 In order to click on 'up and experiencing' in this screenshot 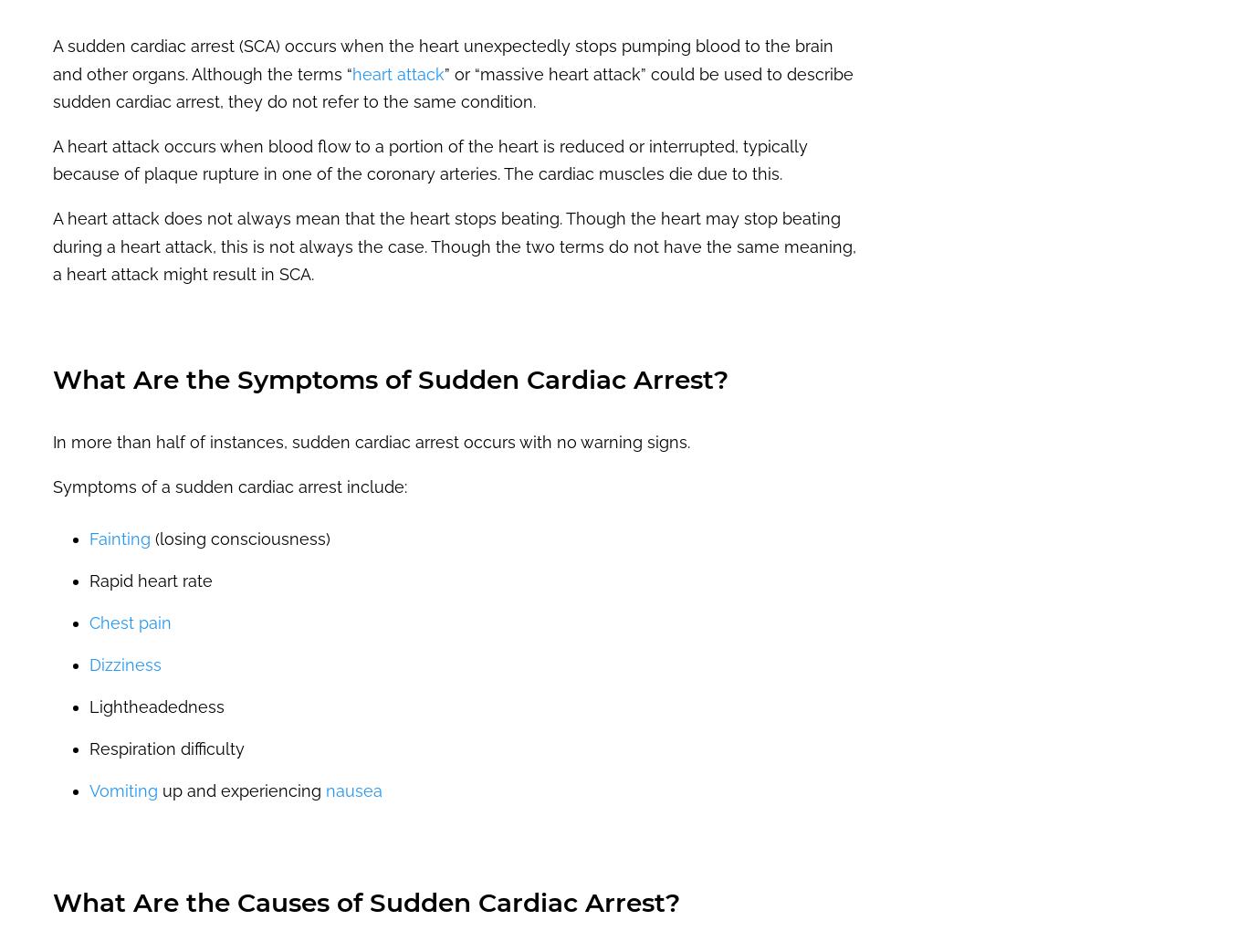, I will do `click(242, 790)`.